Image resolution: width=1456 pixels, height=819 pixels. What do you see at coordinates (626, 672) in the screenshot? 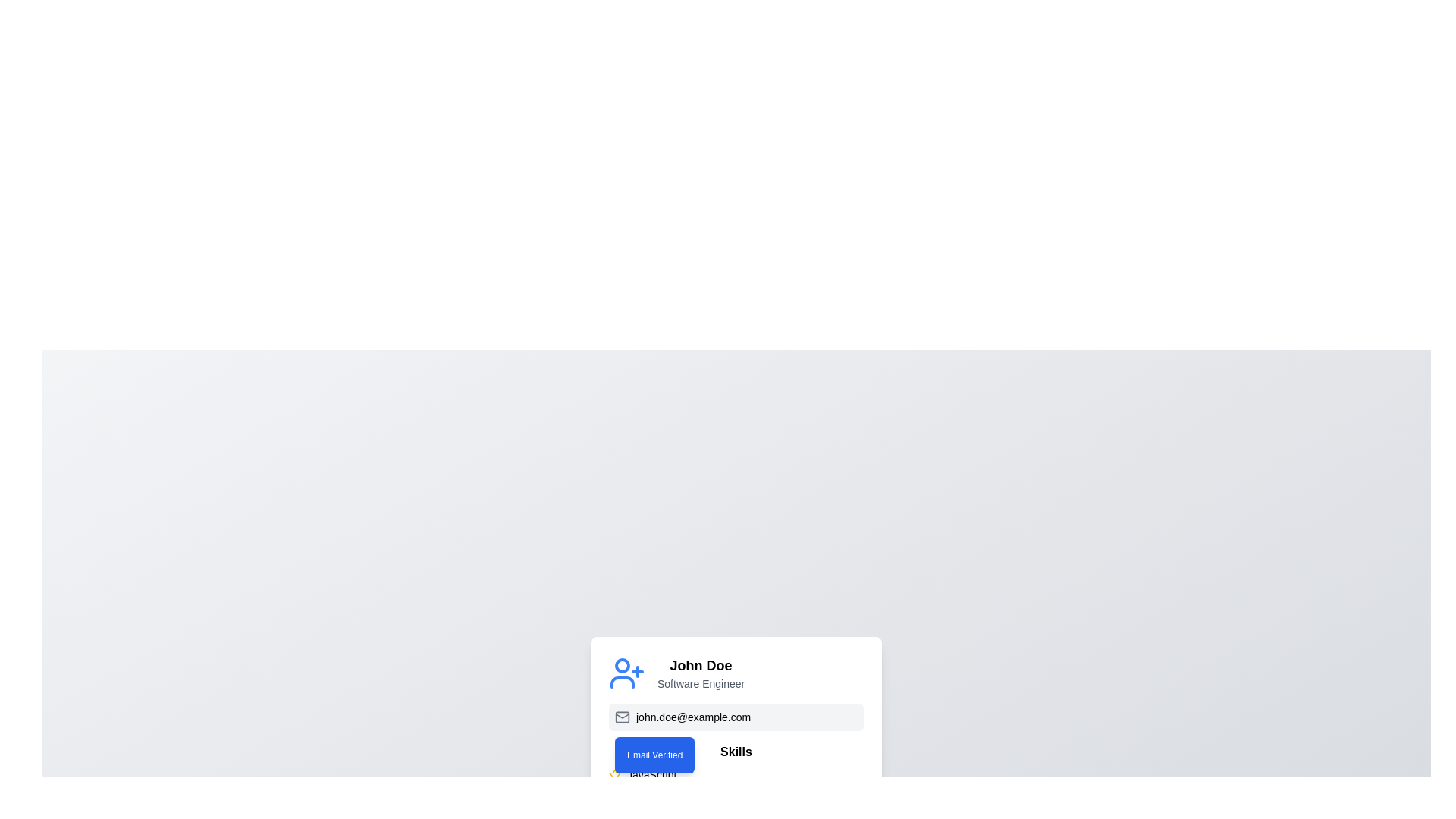
I see `the user management icon located to the far left of the user's name 'John Doe' and title 'Software Engineer'` at bounding box center [626, 672].